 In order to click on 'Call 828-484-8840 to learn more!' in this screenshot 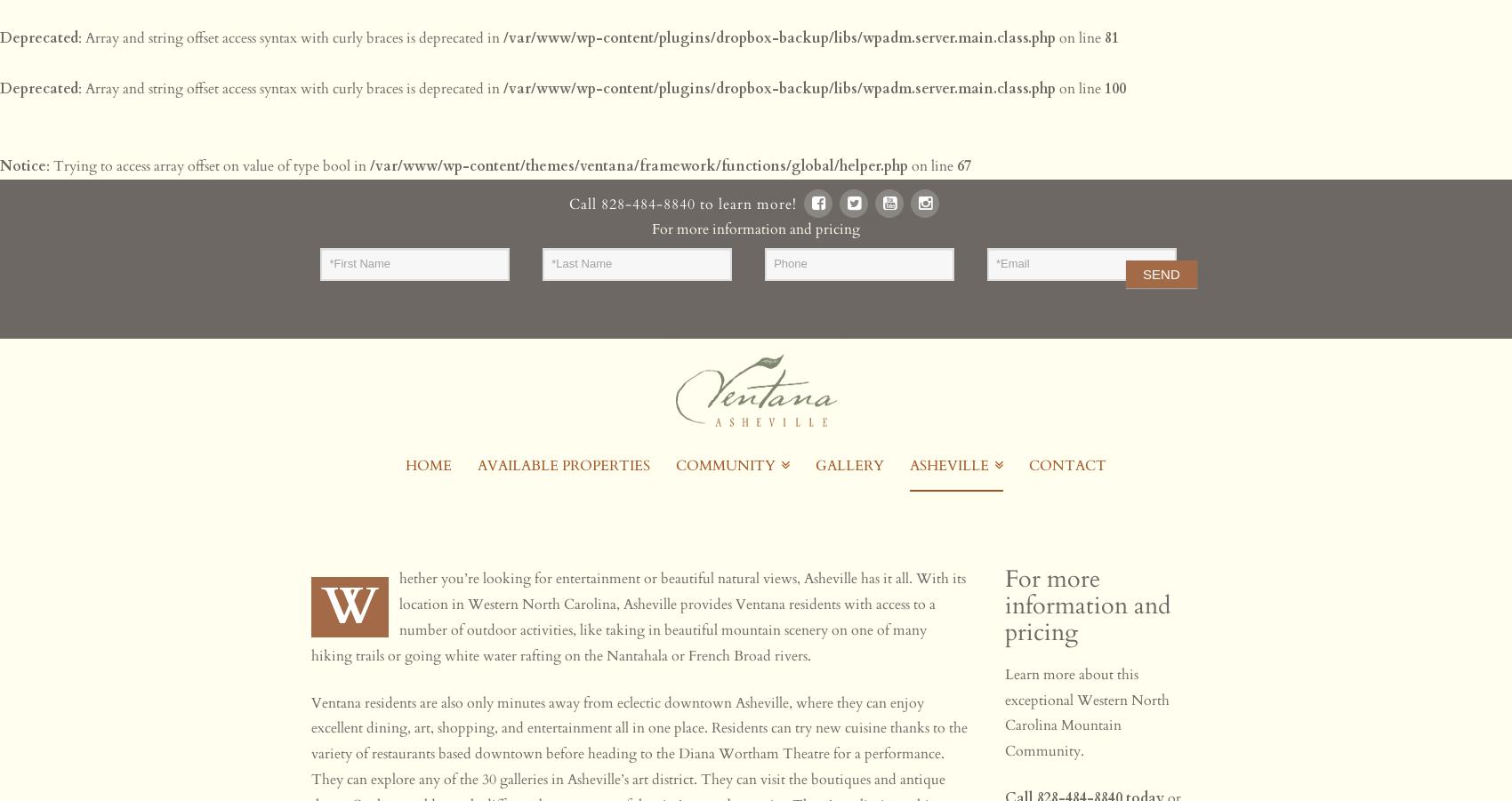, I will do `click(682, 203)`.